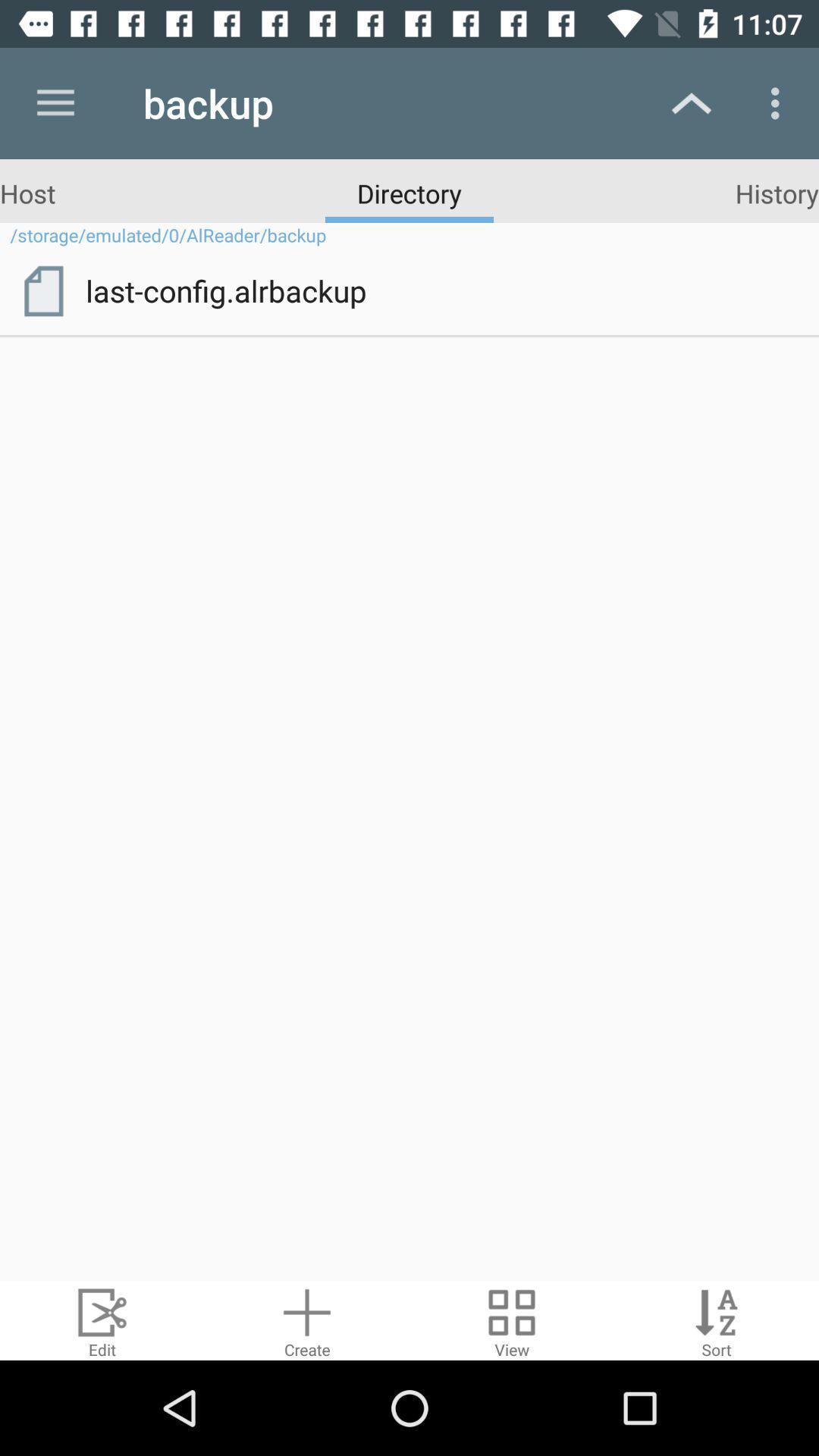 This screenshot has height=1456, width=819. Describe the element at coordinates (777, 192) in the screenshot. I see `the history item` at that location.